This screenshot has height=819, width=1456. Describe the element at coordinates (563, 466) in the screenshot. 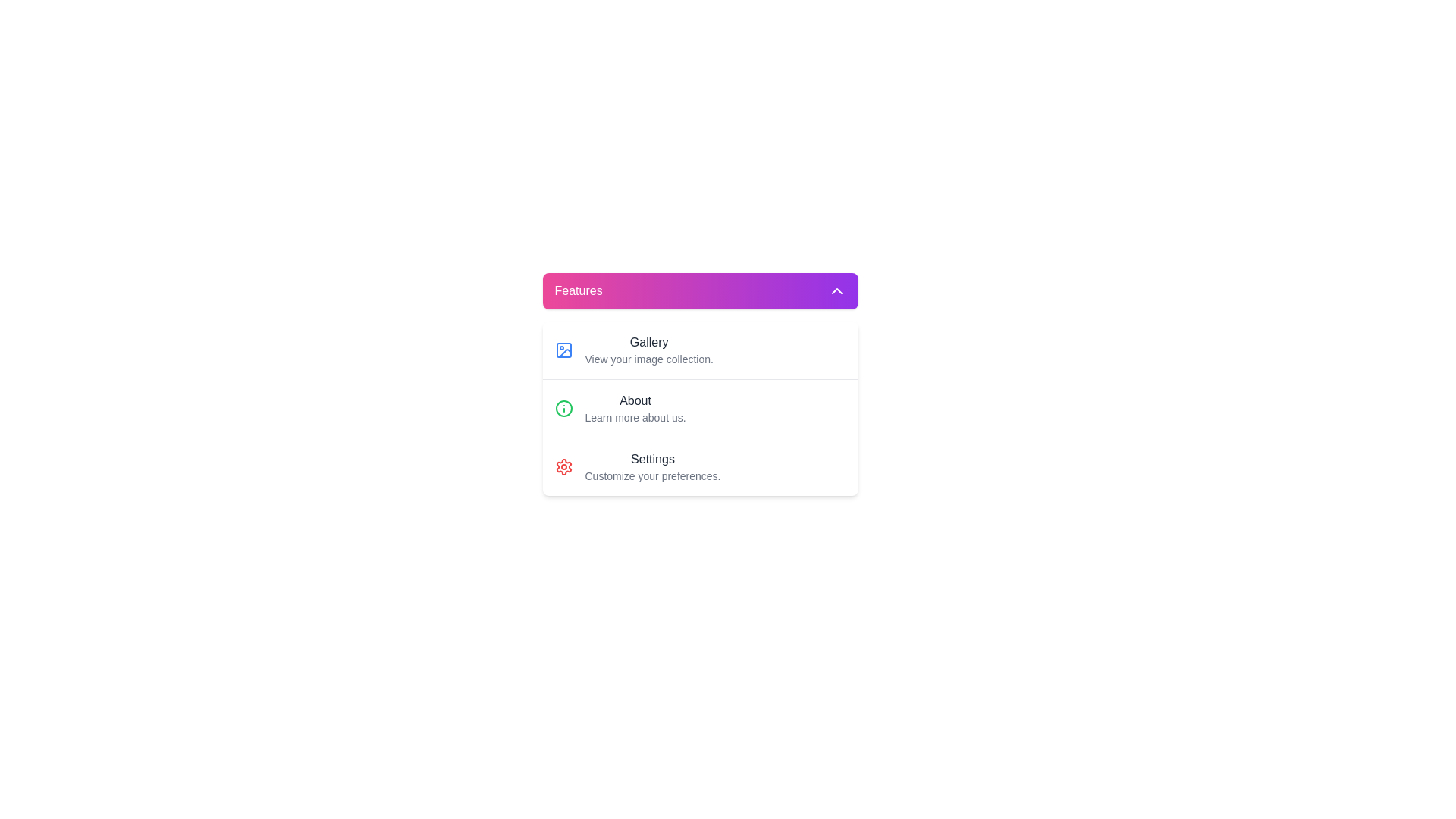

I see `the red gear icon styled as a settings symbol, which is the leftmost element in the 'Settings' menu item located within the dropdown menu labeled 'Features'` at that location.